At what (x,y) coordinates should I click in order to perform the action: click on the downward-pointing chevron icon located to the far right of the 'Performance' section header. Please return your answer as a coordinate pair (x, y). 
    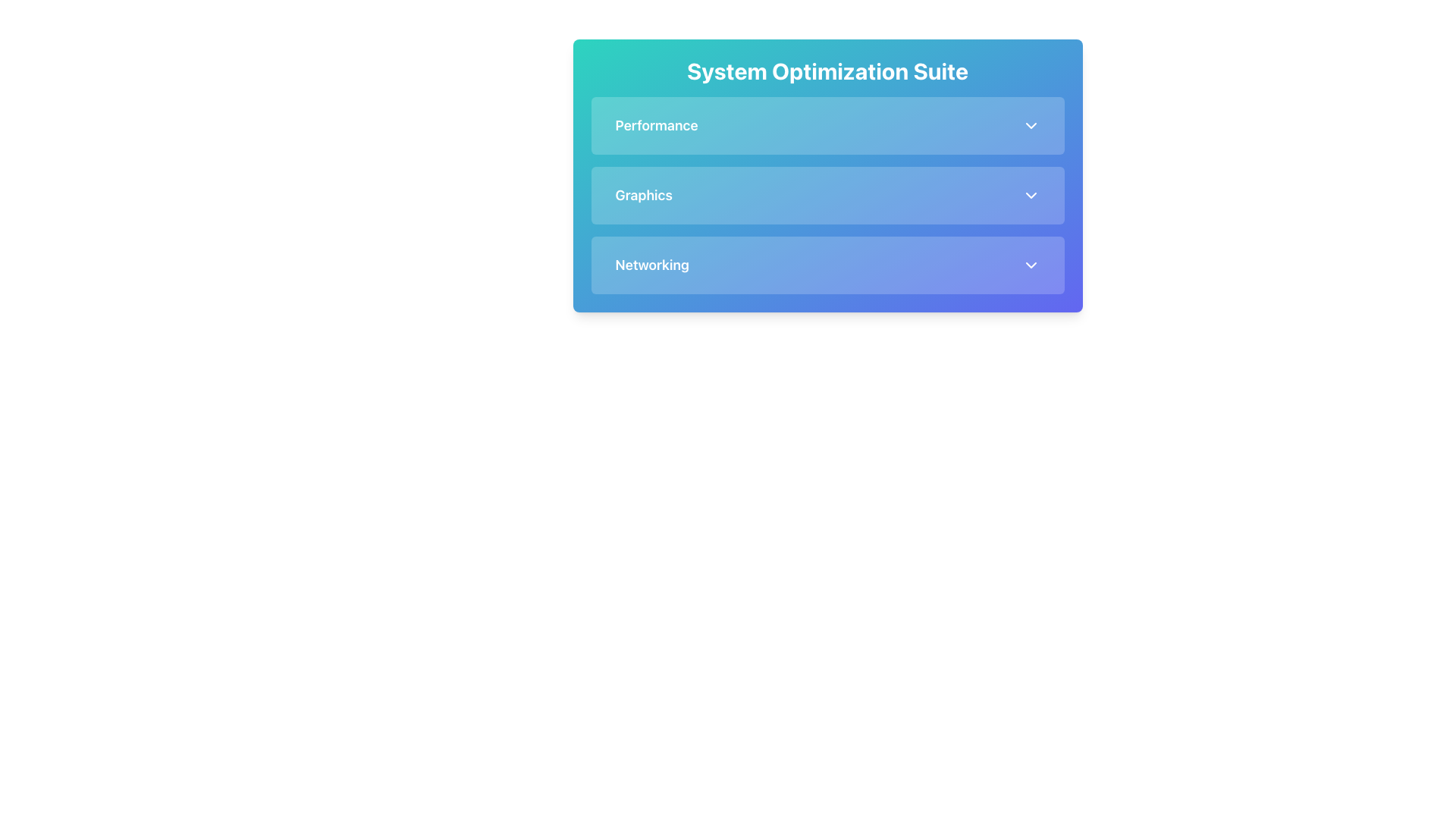
    Looking at the image, I should click on (1031, 124).